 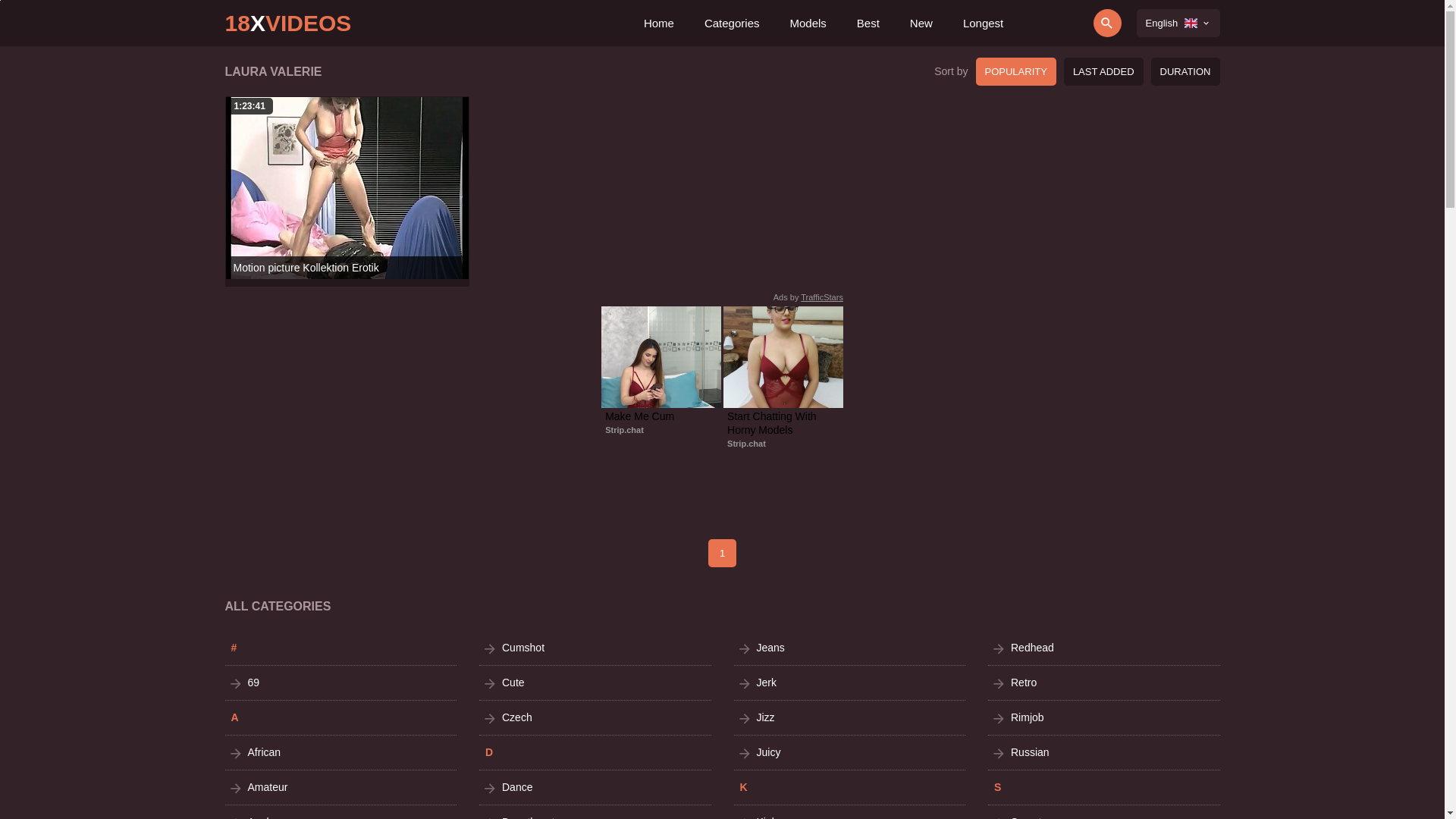 I want to click on 'African', so click(x=340, y=752).